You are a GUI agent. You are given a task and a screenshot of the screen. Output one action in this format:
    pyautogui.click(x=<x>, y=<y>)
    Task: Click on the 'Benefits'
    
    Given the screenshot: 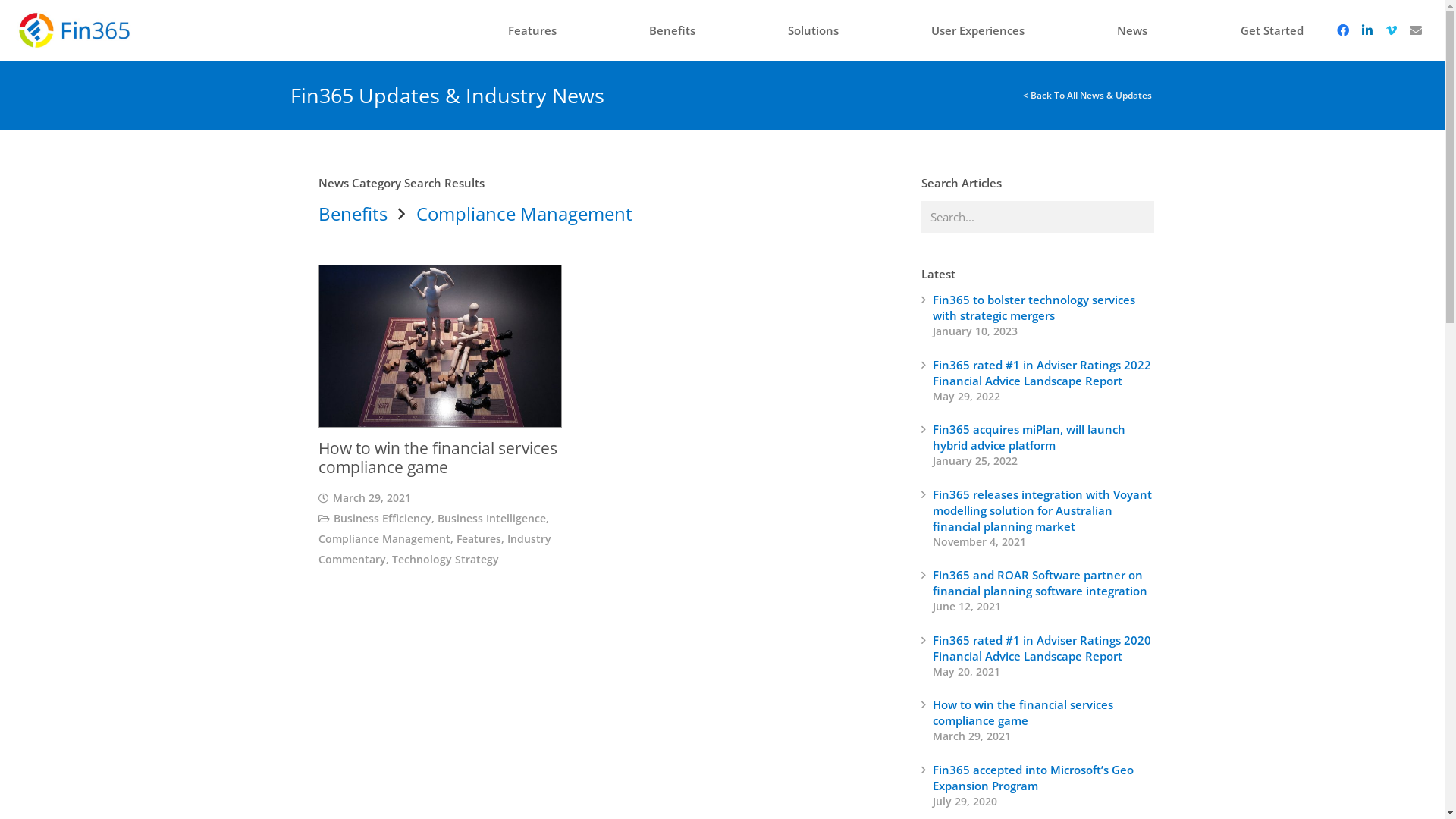 What is the action you would take?
    pyautogui.click(x=352, y=213)
    